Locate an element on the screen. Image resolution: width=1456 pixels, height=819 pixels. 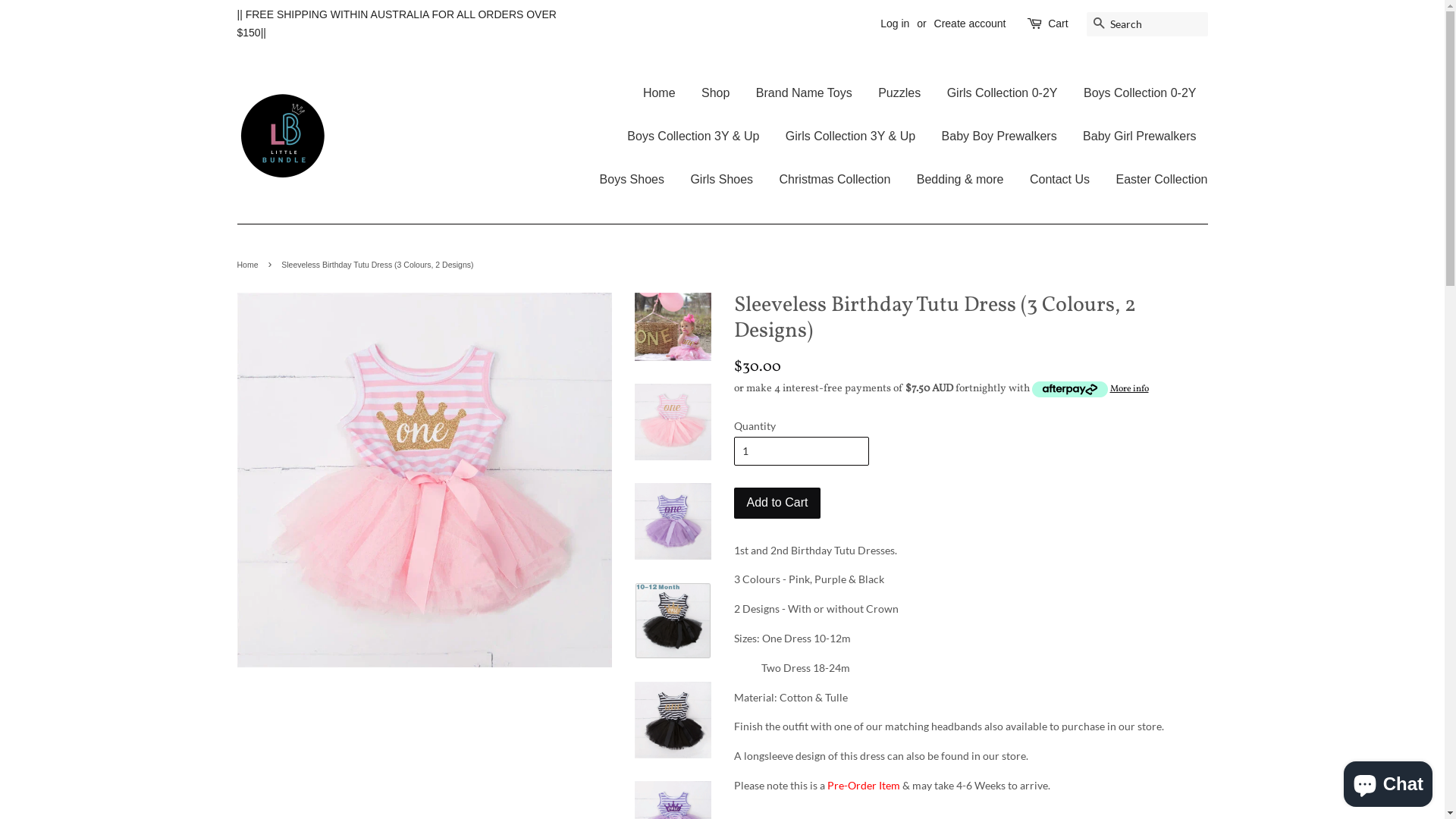
'Girls Collection 3Y & Up' is located at coordinates (850, 135).